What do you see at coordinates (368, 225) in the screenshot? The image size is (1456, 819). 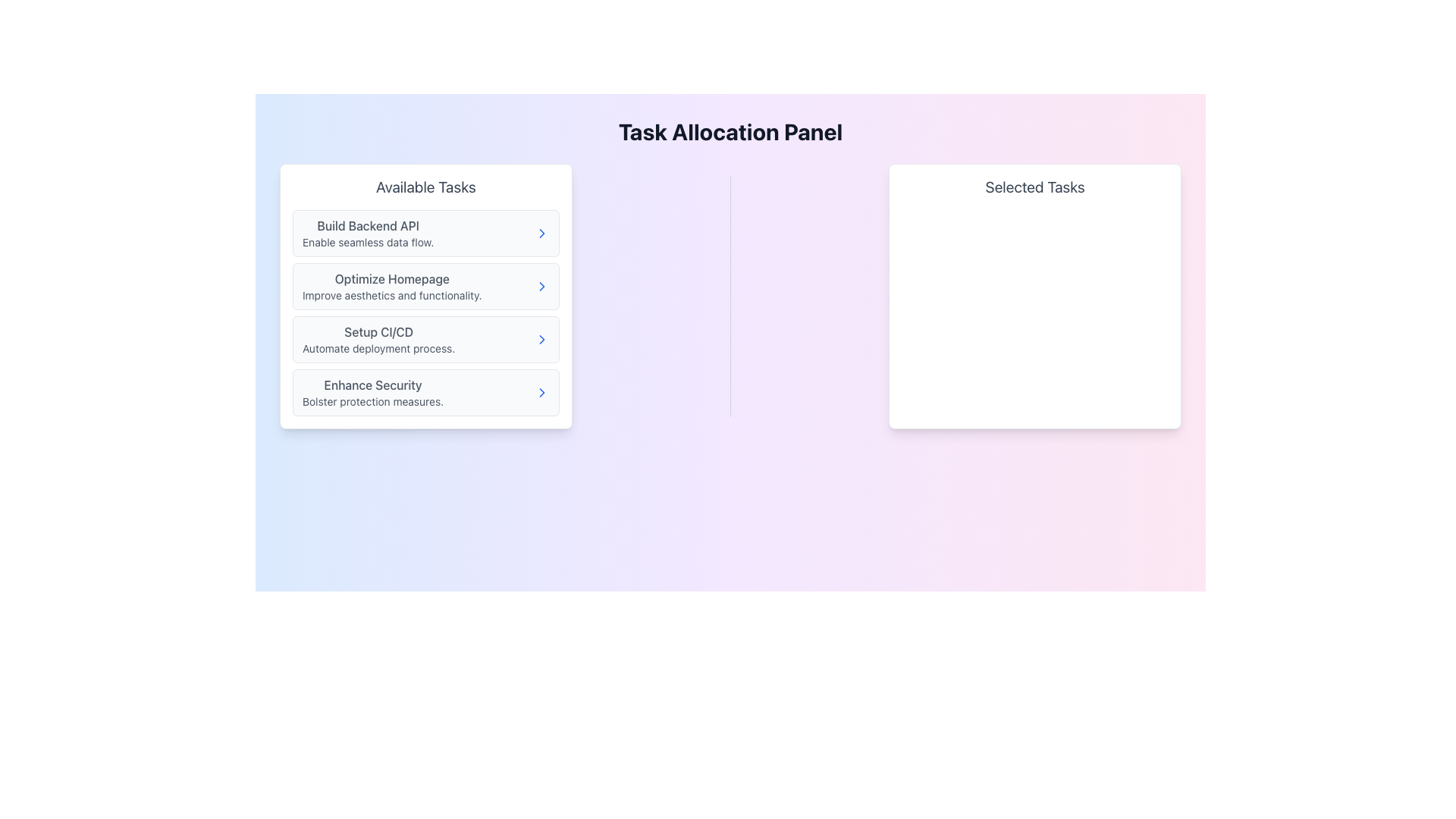 I see `the text label 'Build Backend API' located in the 'Available Tasks' section` at bounding box center [368, 225].